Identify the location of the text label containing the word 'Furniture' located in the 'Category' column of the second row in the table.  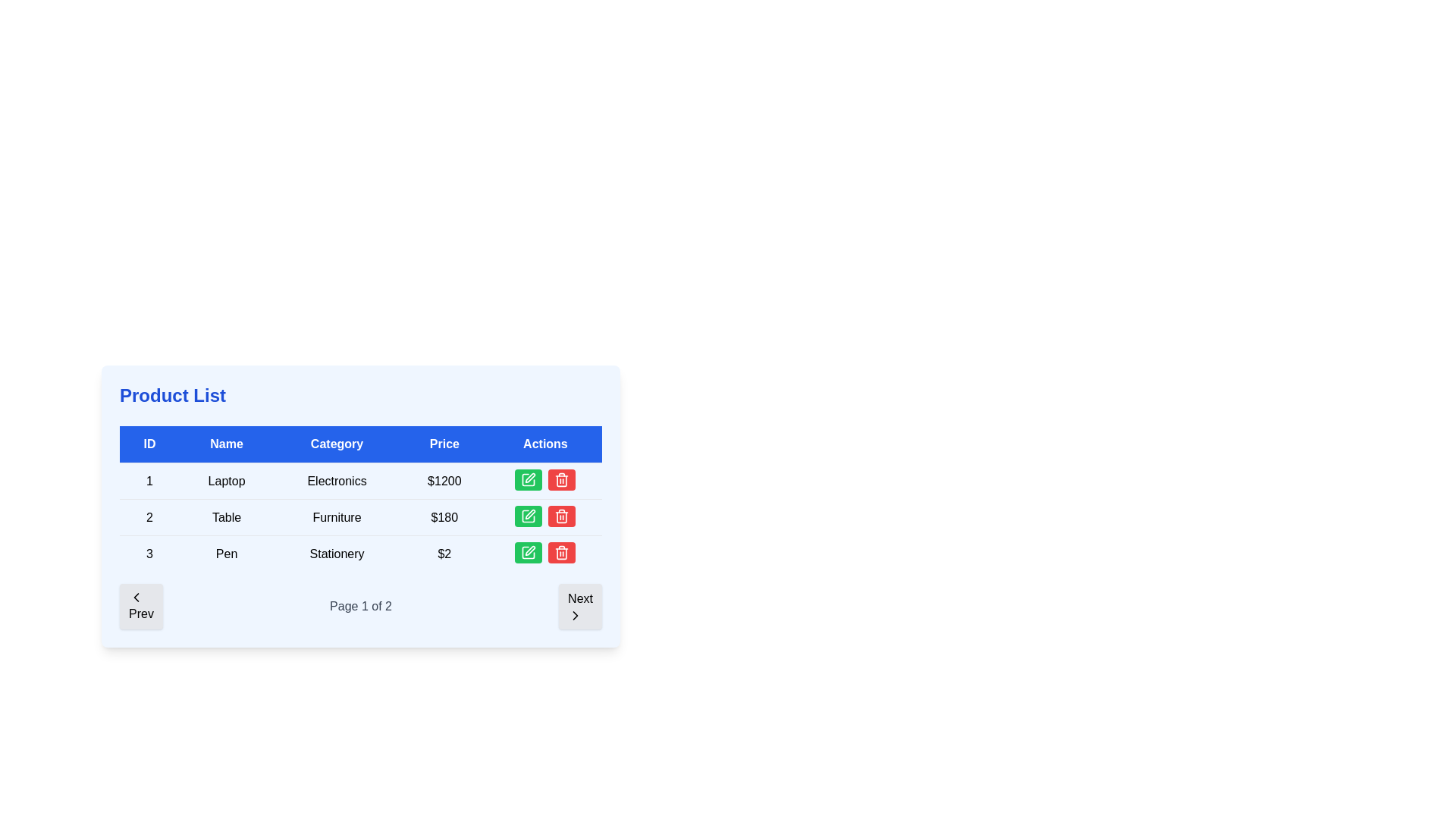
(336, 516).